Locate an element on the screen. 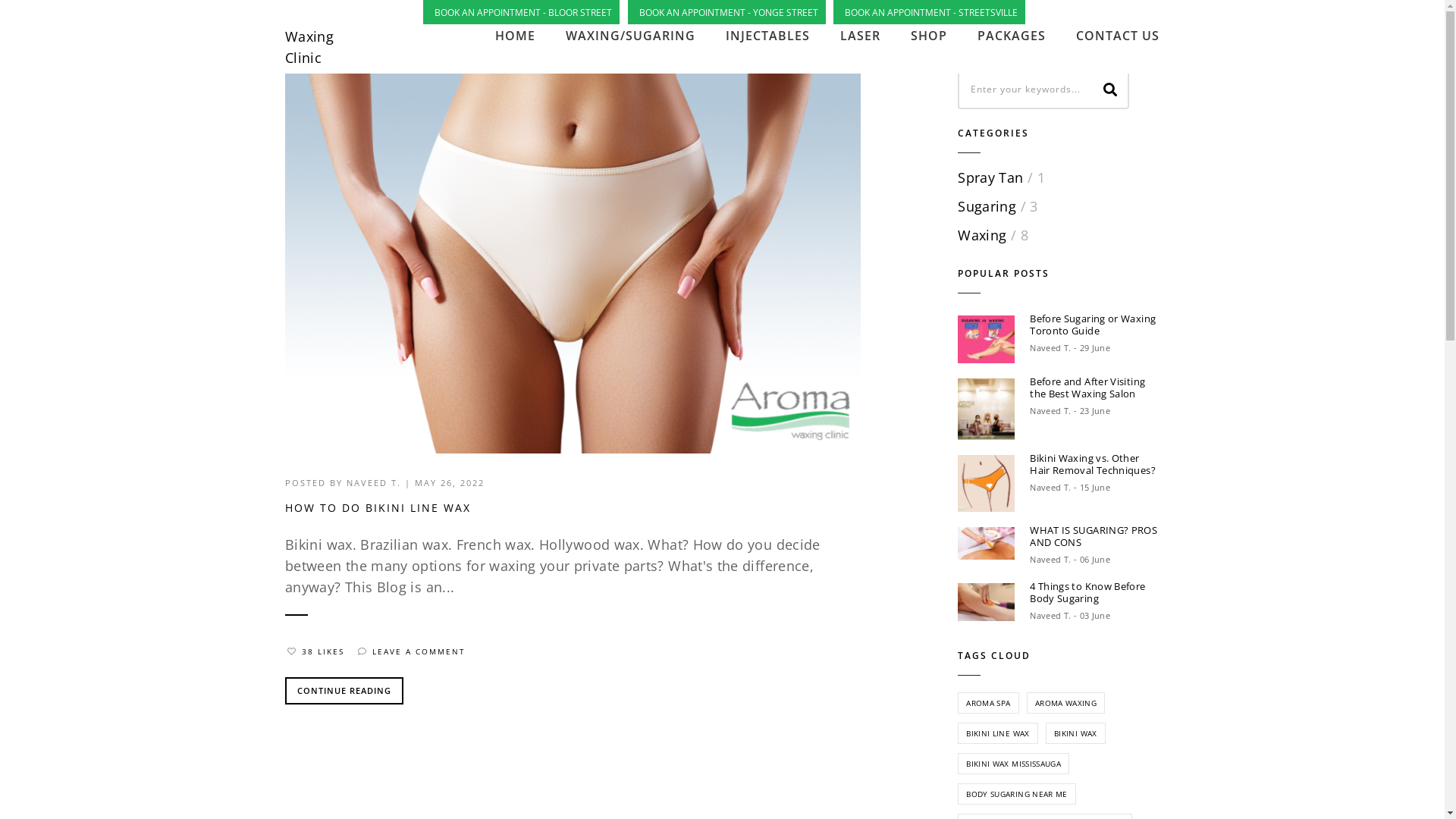  'CONTACT US' is located at coordinates (1075, 35).